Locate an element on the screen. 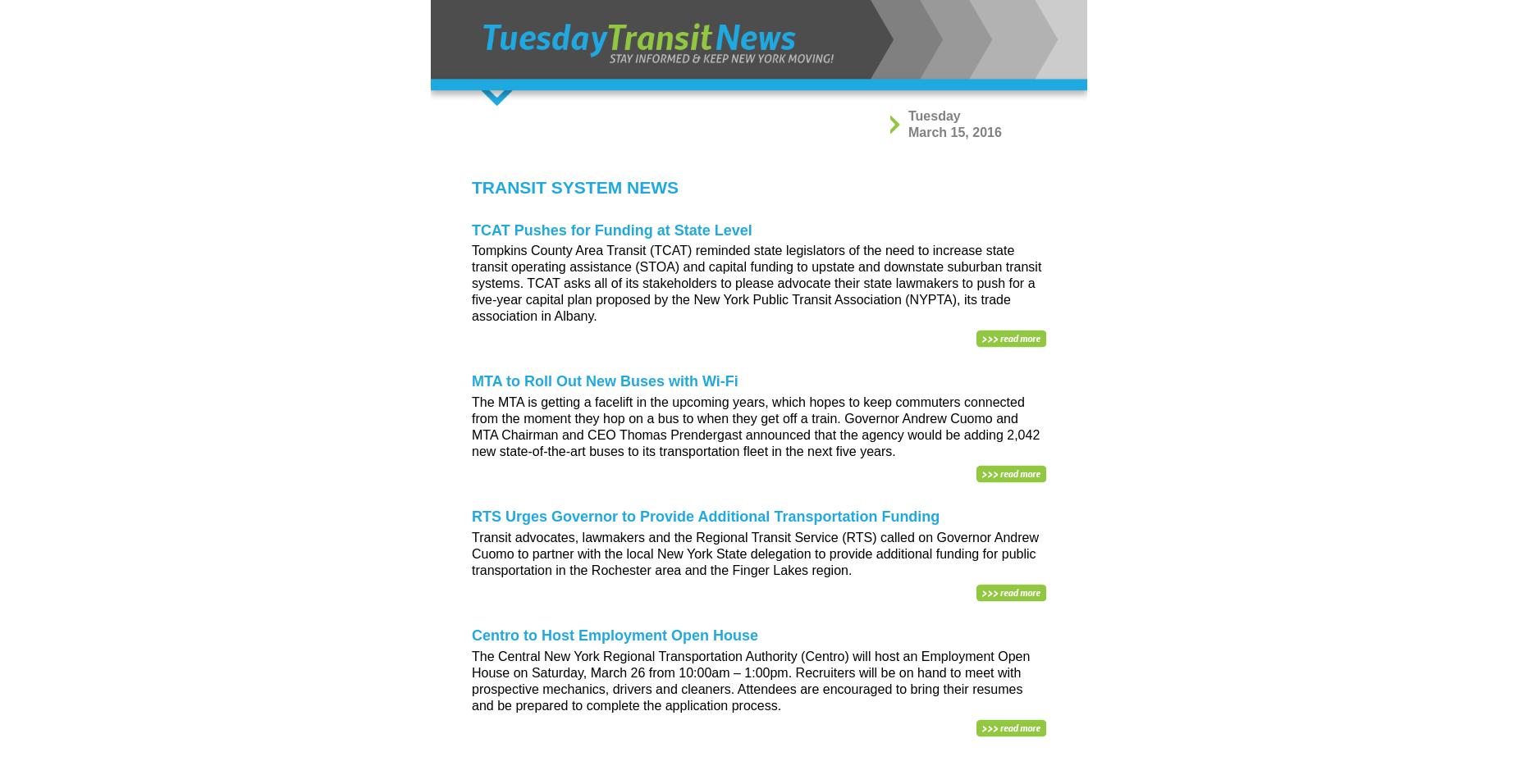 Image resolution: width=1518 pixels, height=784 pixels. 'March 15, 2016' is located at coordinates (953, 131).